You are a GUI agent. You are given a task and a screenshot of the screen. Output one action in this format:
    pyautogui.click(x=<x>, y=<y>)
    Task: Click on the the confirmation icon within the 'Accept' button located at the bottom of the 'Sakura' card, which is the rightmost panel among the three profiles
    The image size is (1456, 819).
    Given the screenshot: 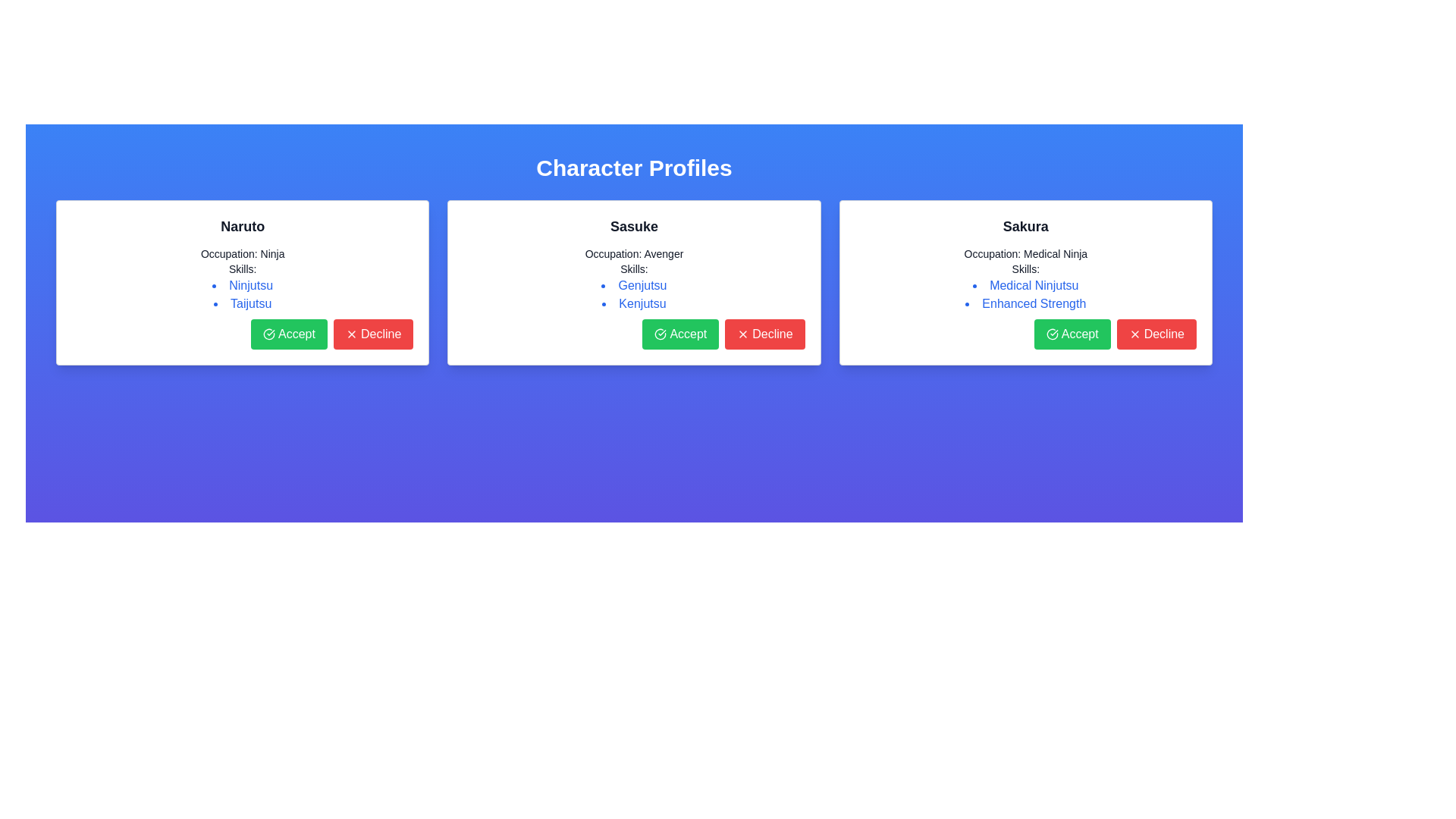 What is the action you would take?
    pyautogui.click(x=1051, y=333)
    